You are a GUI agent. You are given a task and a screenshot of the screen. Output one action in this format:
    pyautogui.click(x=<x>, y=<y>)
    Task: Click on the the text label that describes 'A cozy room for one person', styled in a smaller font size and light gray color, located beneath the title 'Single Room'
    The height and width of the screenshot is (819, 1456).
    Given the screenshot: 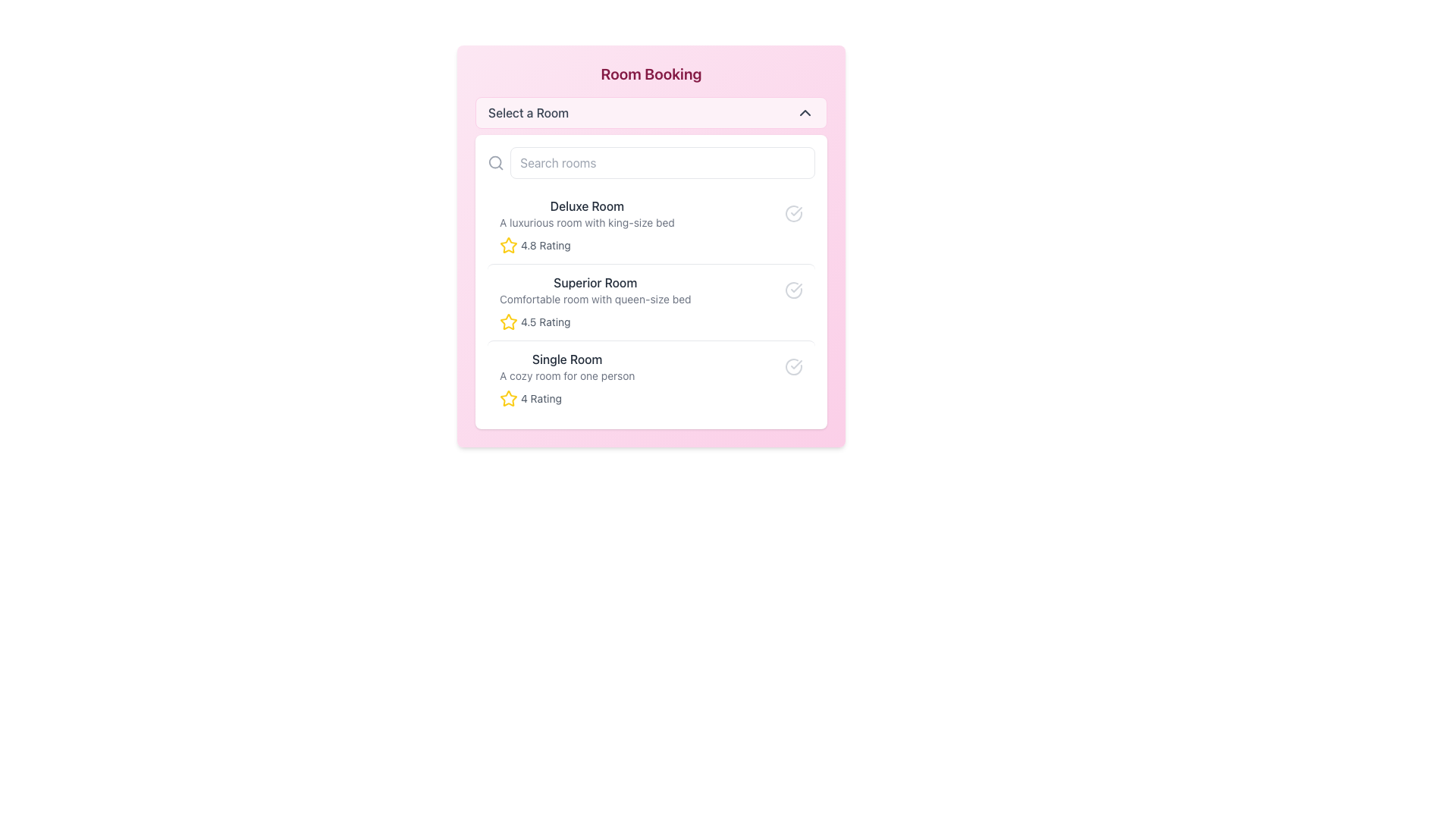 What is the action you would take?
    pyautogui.click(x=566, y=375)
    